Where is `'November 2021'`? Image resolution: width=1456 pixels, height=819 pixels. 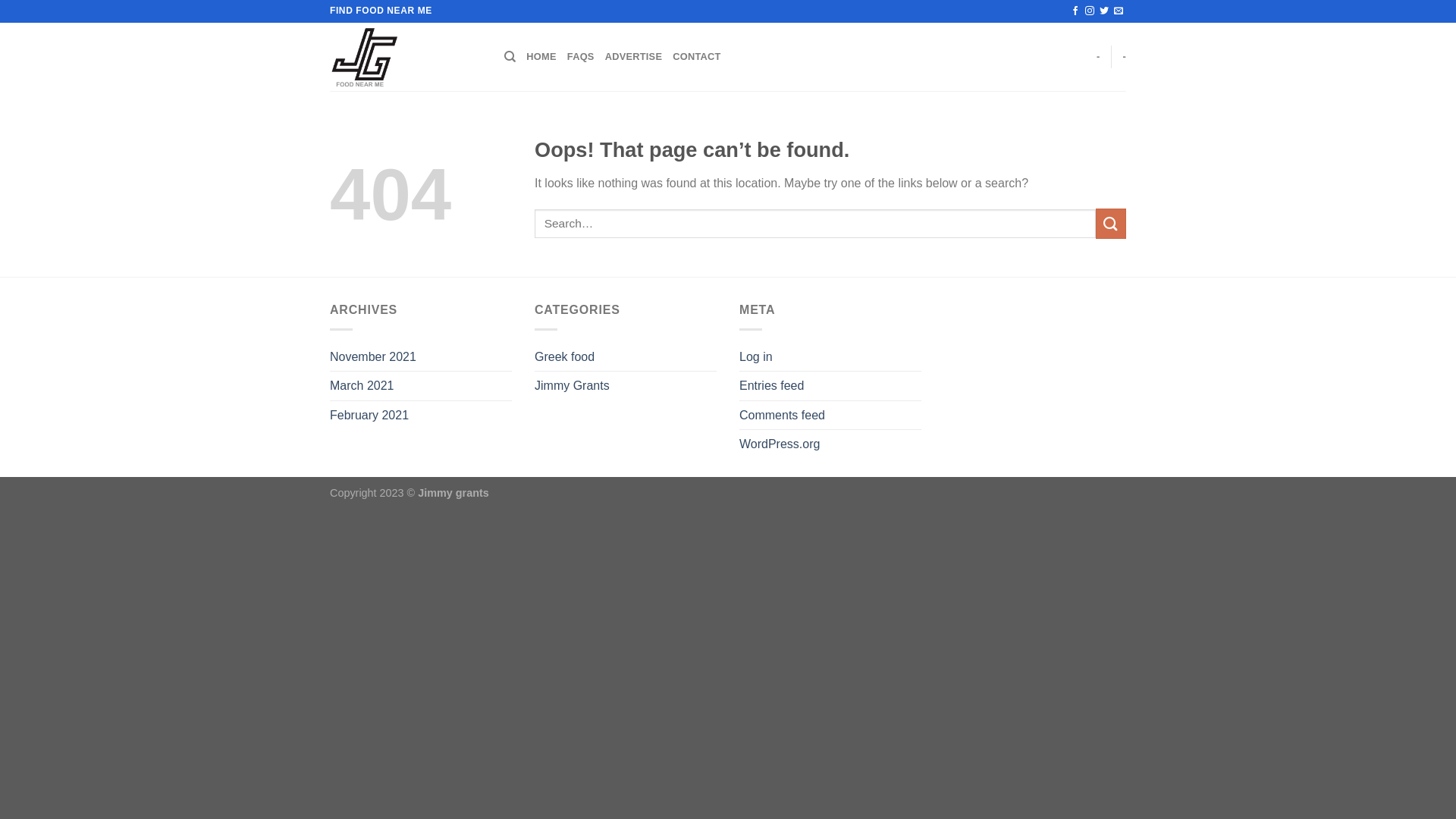 'November 2021' is located at coordinates (372, 356).